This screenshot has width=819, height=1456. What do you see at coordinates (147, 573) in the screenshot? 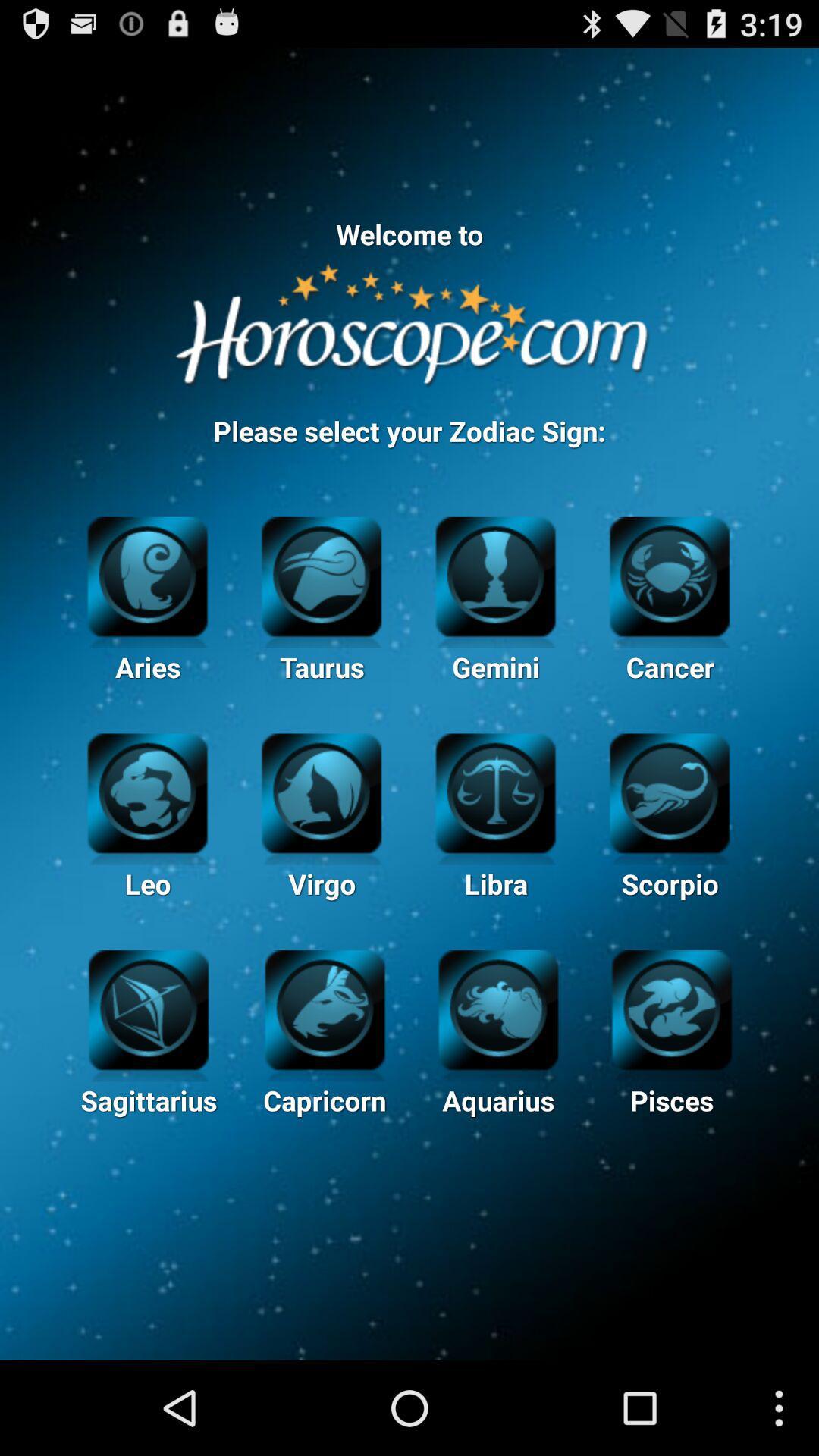
I see `the aries` at bounding box center [147, 573].